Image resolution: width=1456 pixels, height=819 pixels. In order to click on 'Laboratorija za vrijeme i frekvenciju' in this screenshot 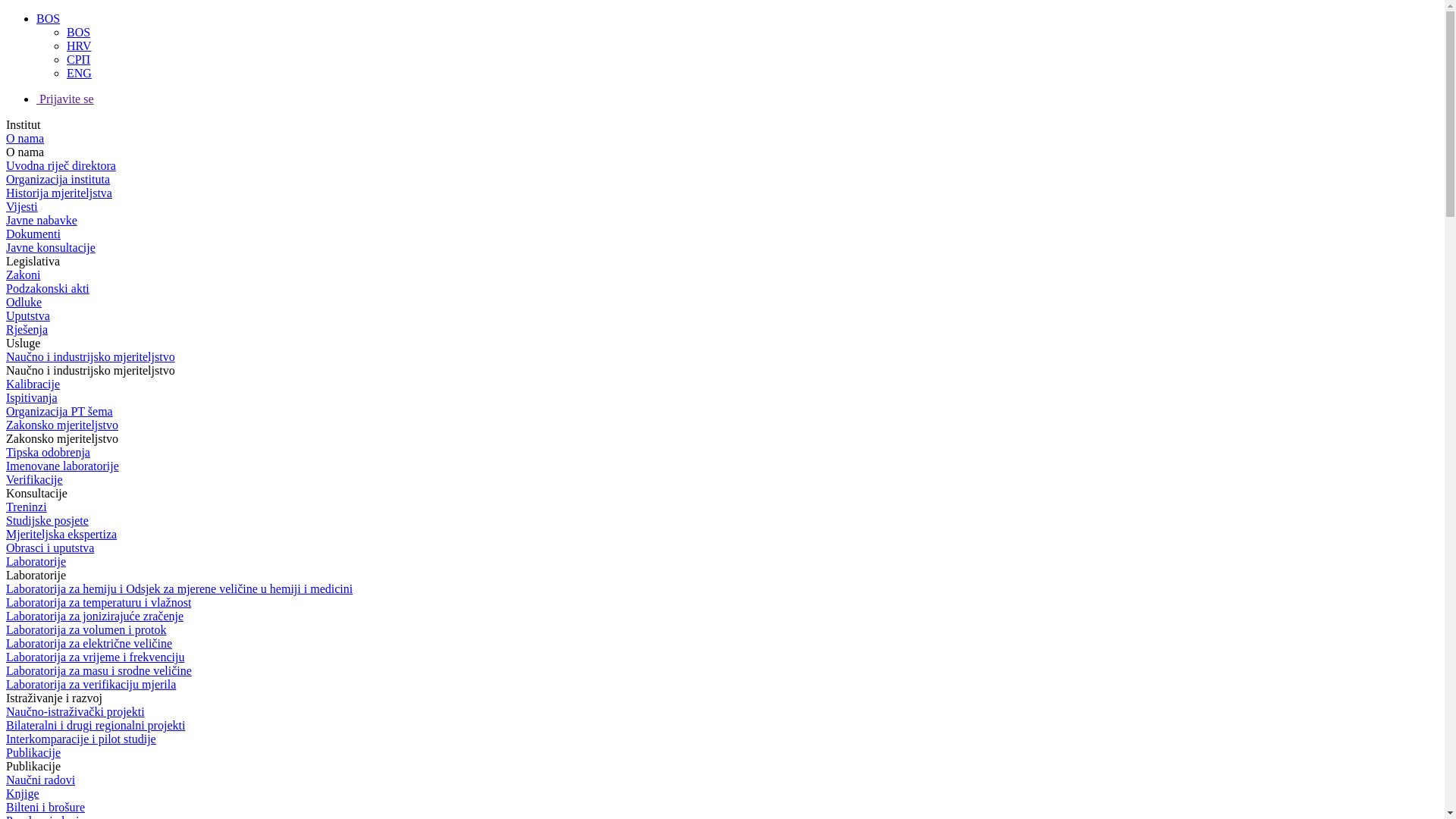, I will do `click(94, 656)`.